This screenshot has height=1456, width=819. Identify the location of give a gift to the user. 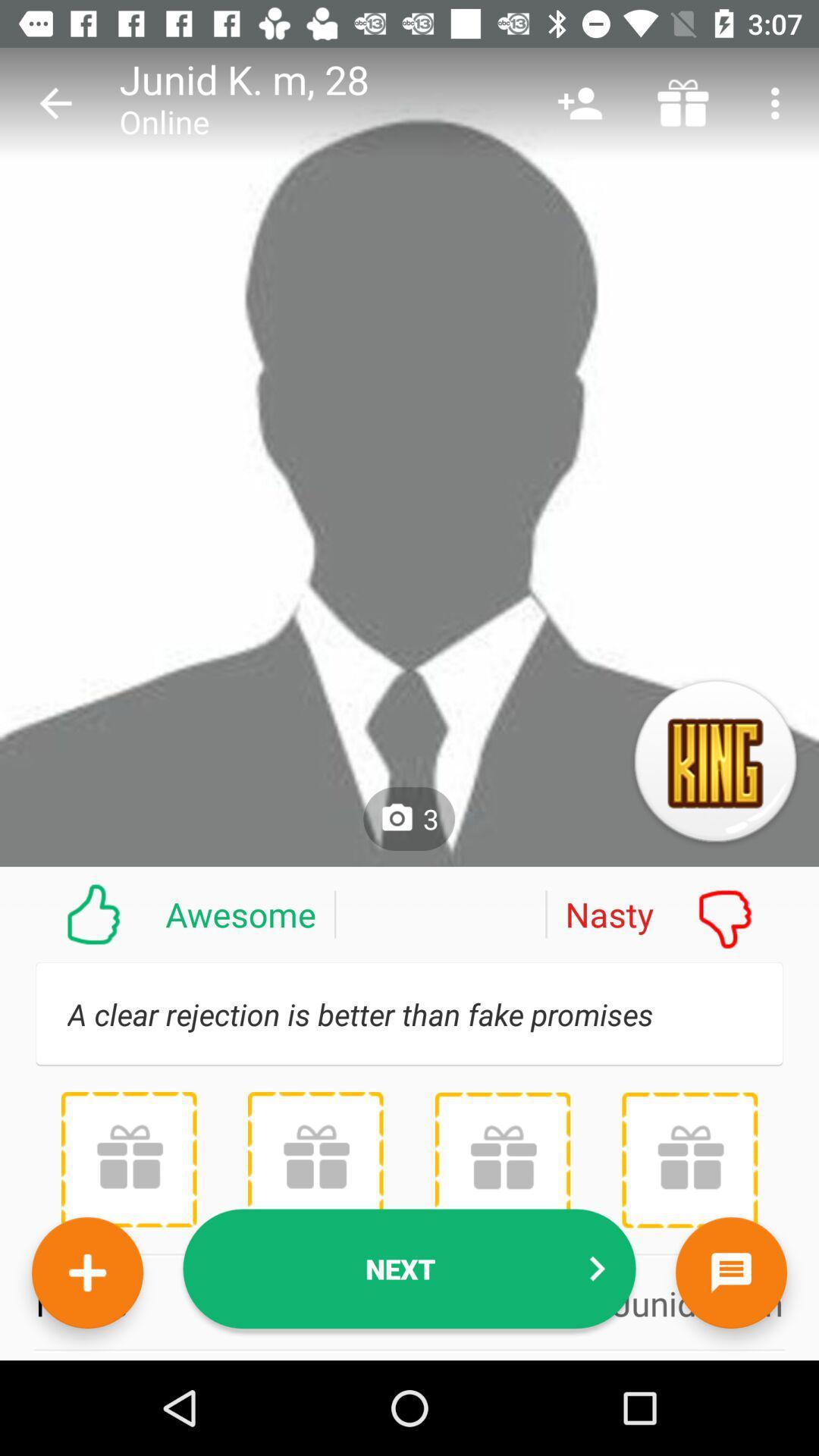
(128, 1159).